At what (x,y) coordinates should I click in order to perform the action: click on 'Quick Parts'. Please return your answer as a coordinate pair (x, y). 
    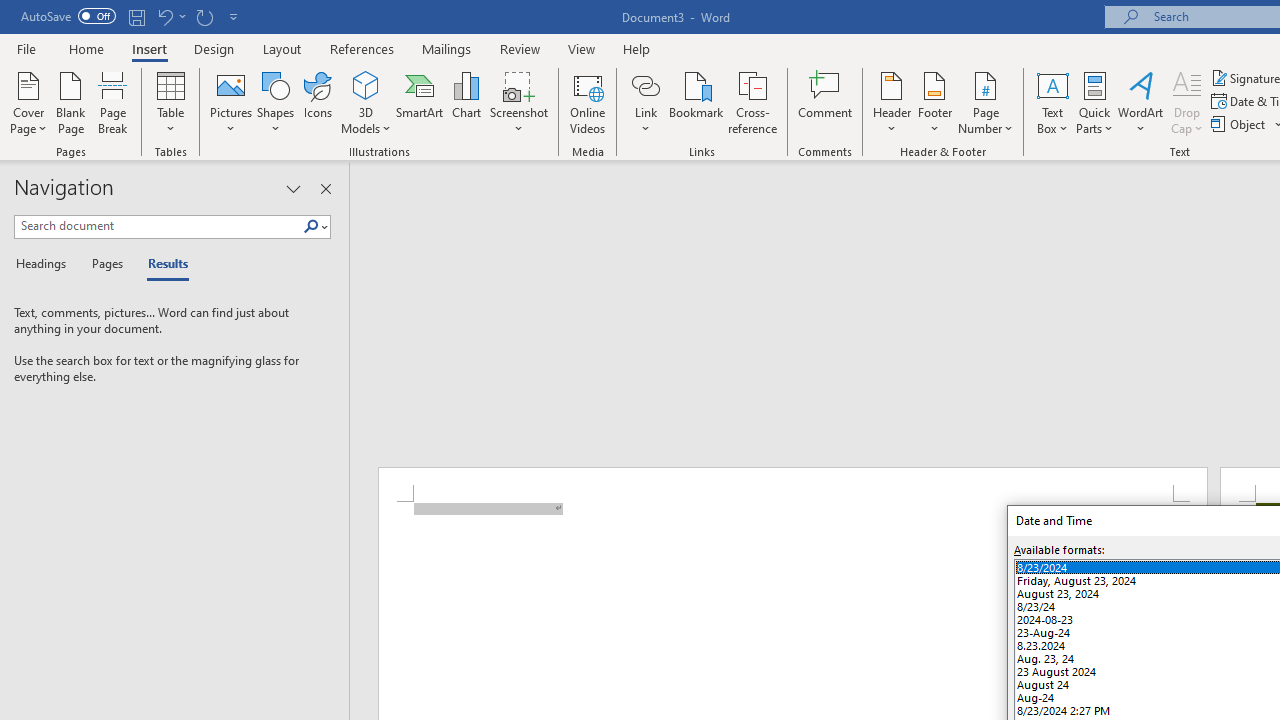
    Looking at the image, I should click on (1094, 103).